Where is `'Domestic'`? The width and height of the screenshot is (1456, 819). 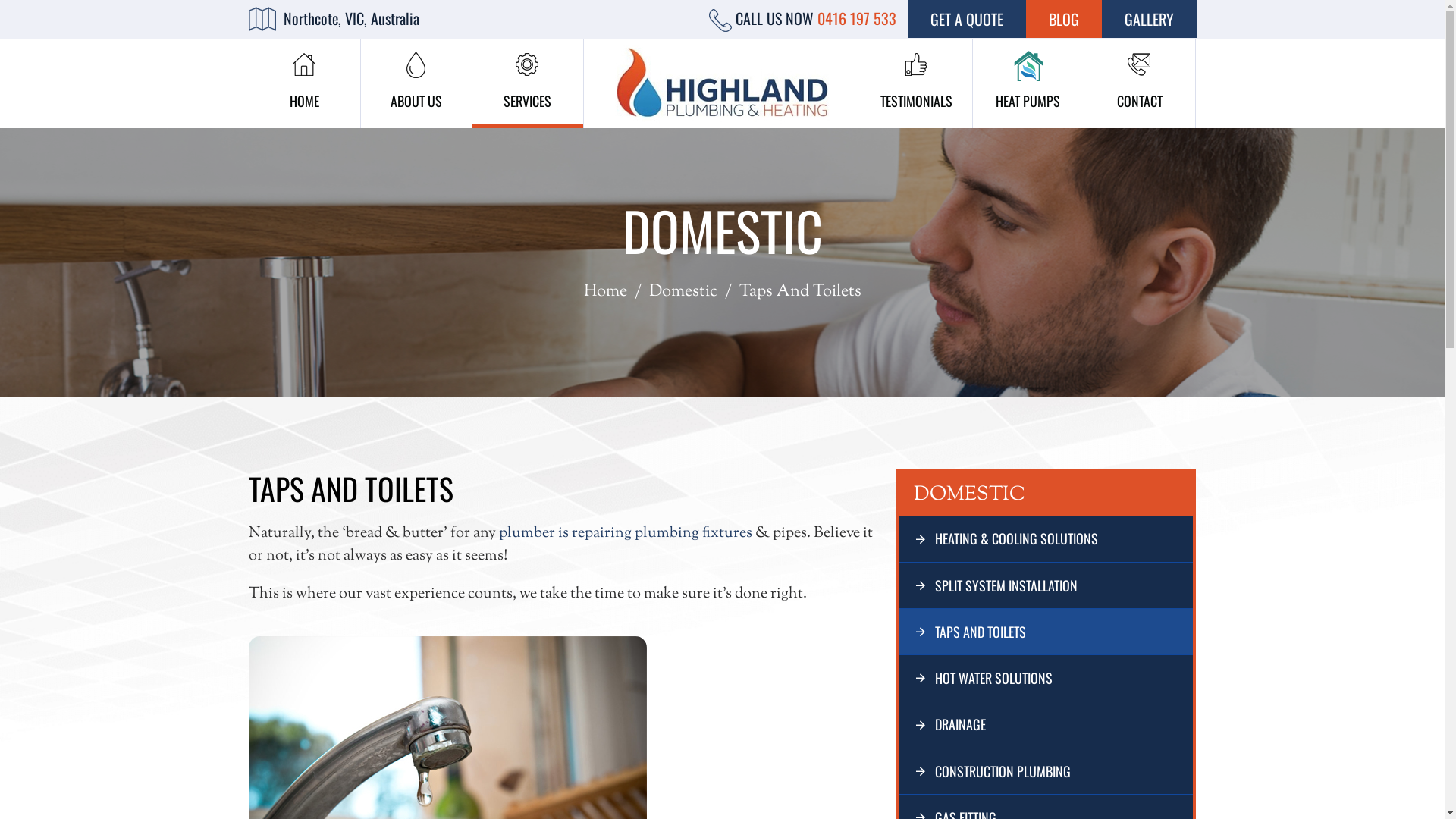
'Domestic' is located at coordinates (682, 292).